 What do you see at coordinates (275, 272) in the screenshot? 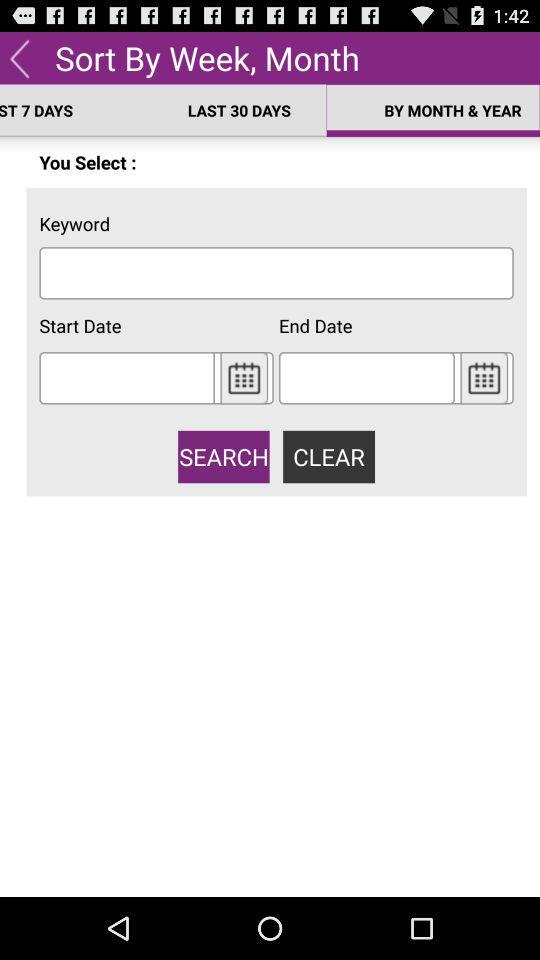
I see `search for keyword` at bounding box center [275, 272].